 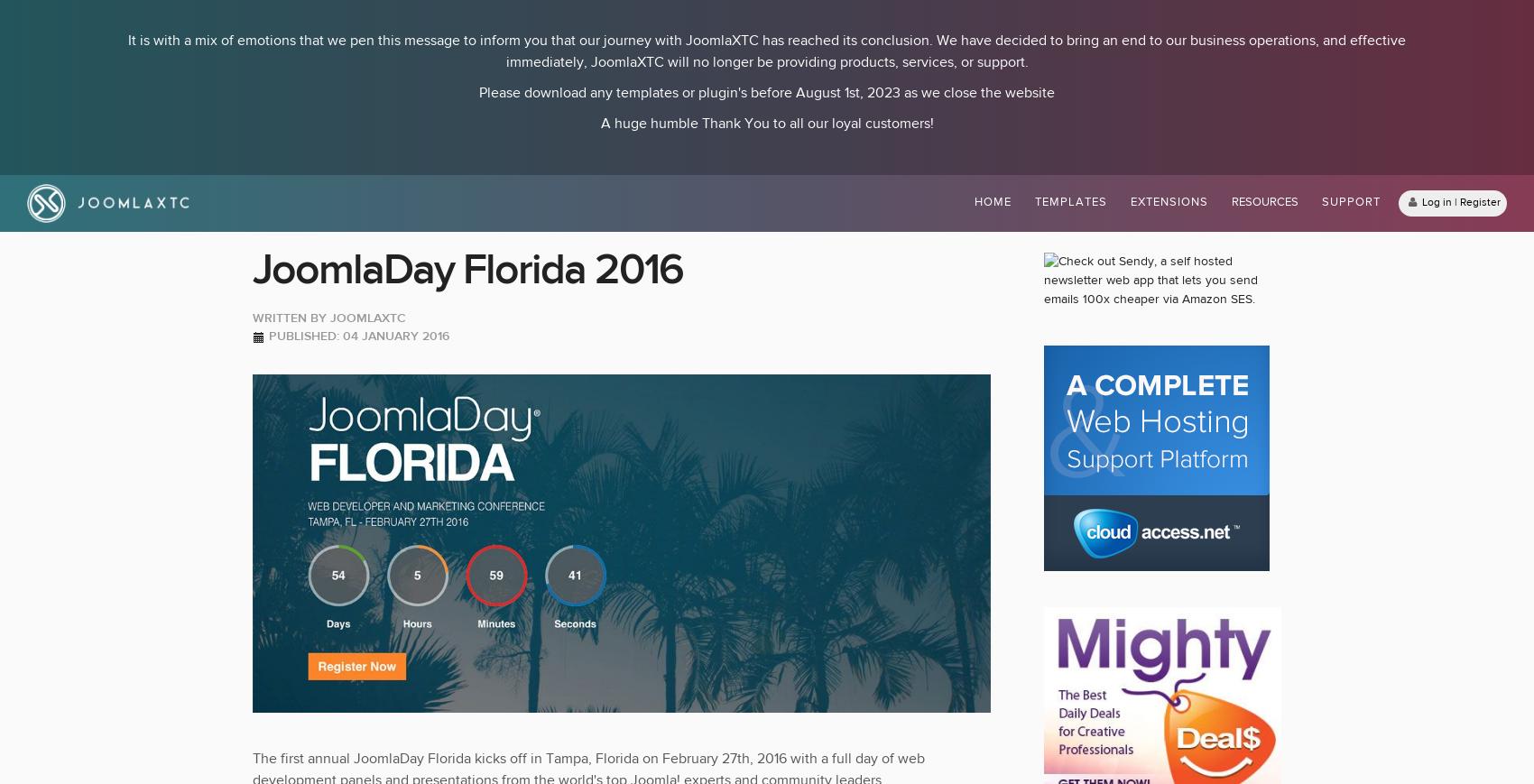 What do you see at coordinates (1263, 201) in the screenshot?
I see `'Resources'` at bounding box center [1263, 201].